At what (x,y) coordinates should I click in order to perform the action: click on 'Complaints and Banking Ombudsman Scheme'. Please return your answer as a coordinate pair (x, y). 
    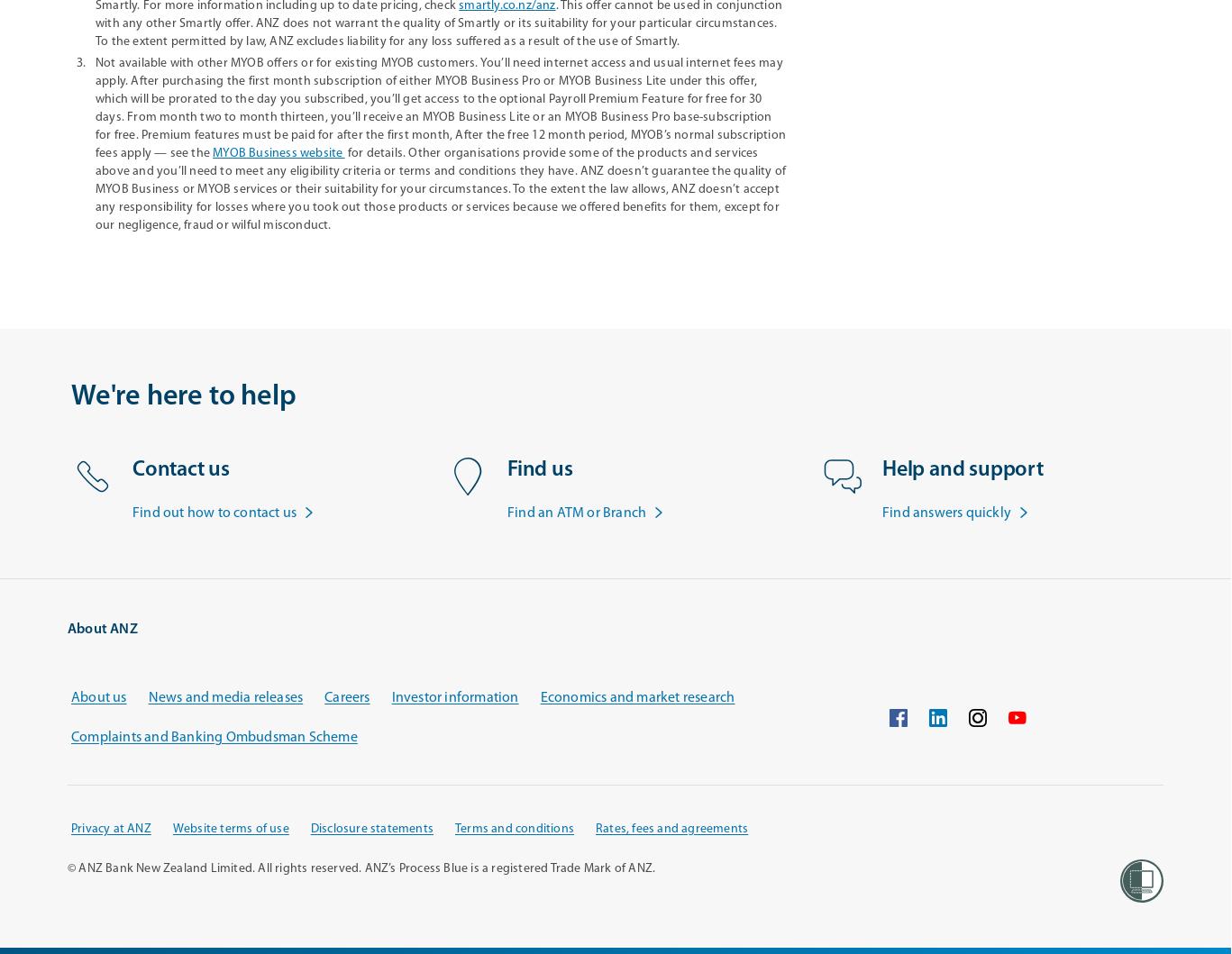
    Looking at the image, I should click on (213, 737).